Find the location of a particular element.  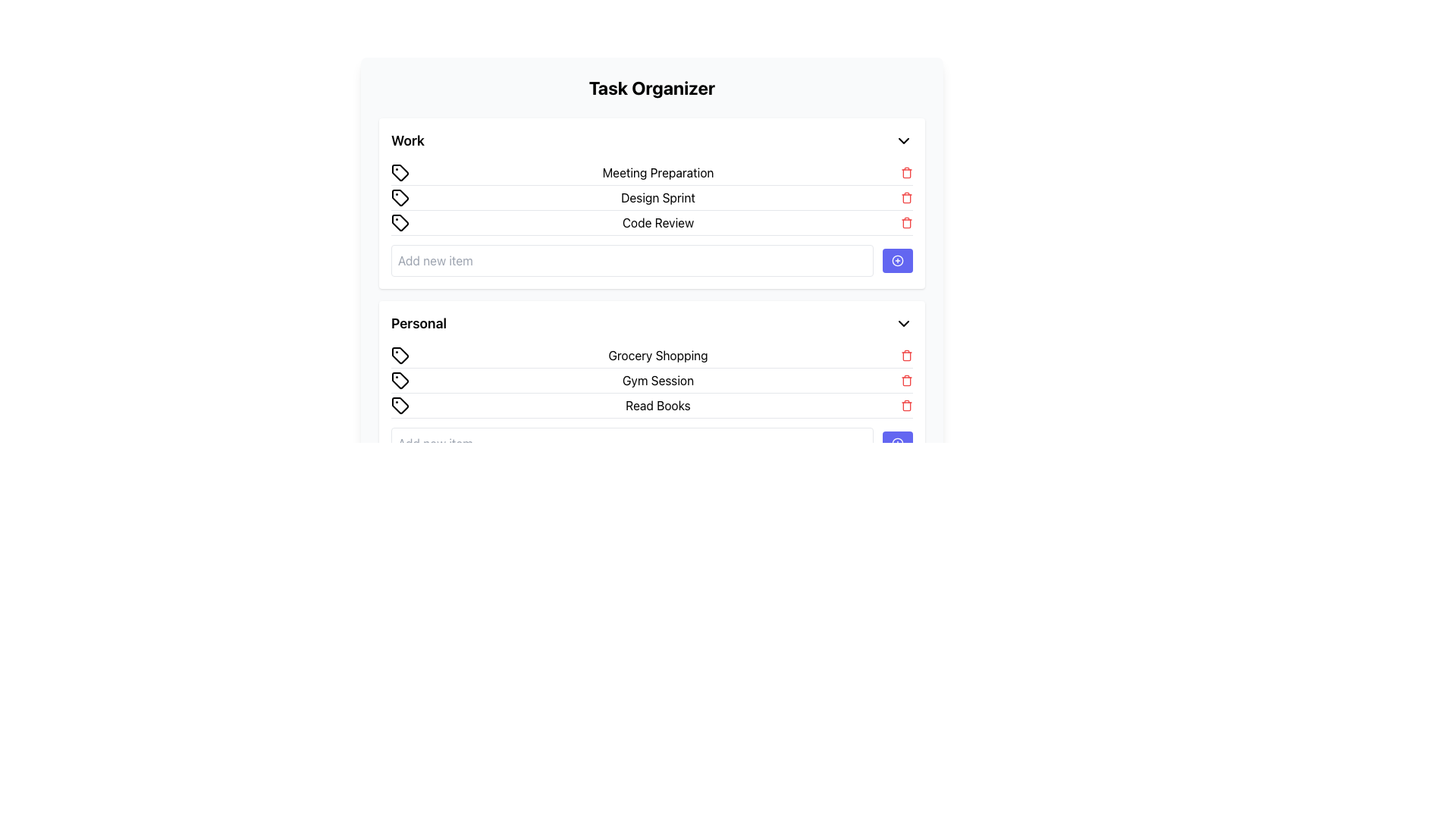

text of the second Text Label in the 'Personal' task list, located between 'Grocery Shopping' and 'Read Books' is located at coordinates (658, 379).